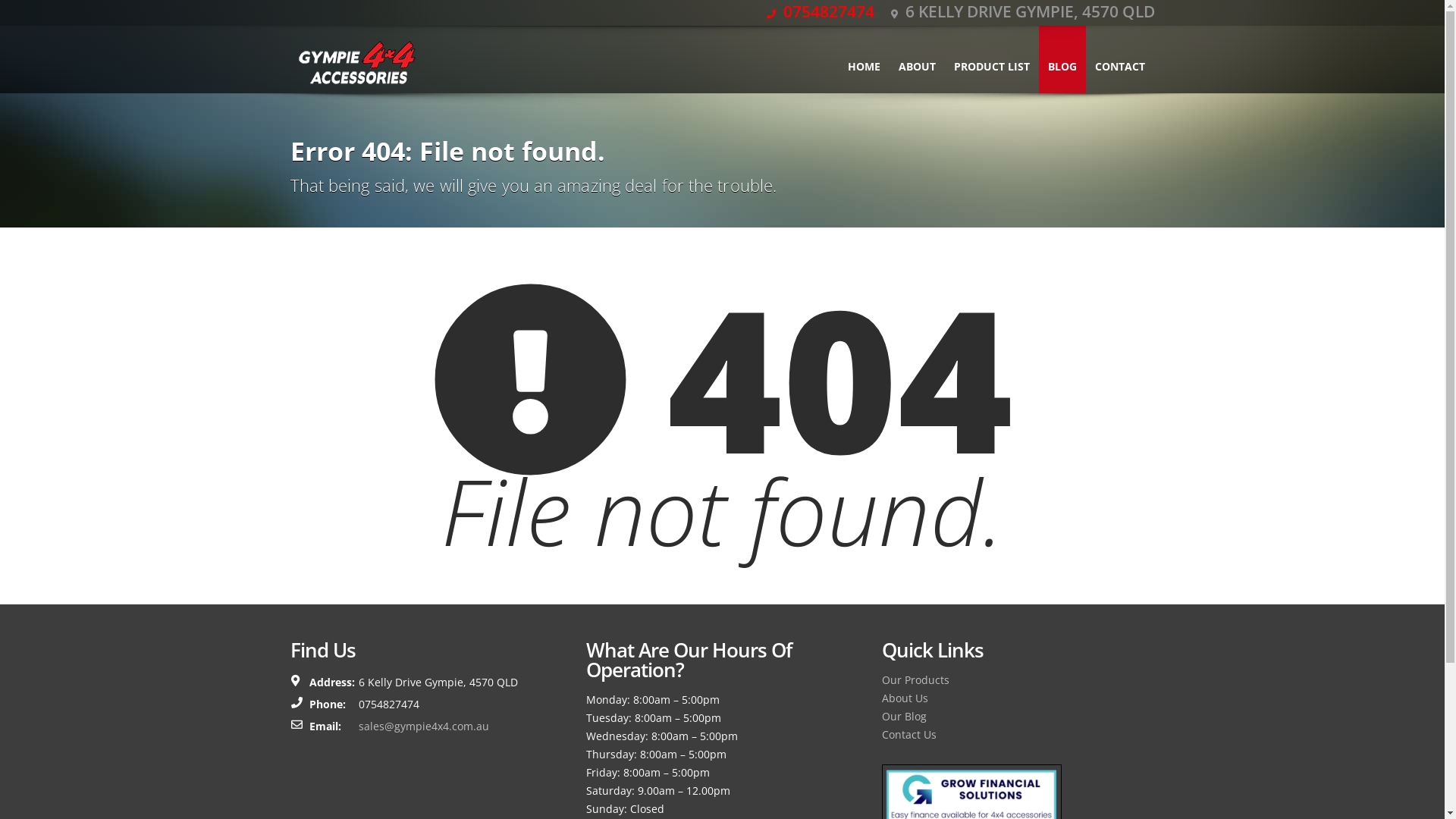 Image resolution: width=1456 pixels, height=819 pixels. I want to click on 'About Us', so click(904, 698).